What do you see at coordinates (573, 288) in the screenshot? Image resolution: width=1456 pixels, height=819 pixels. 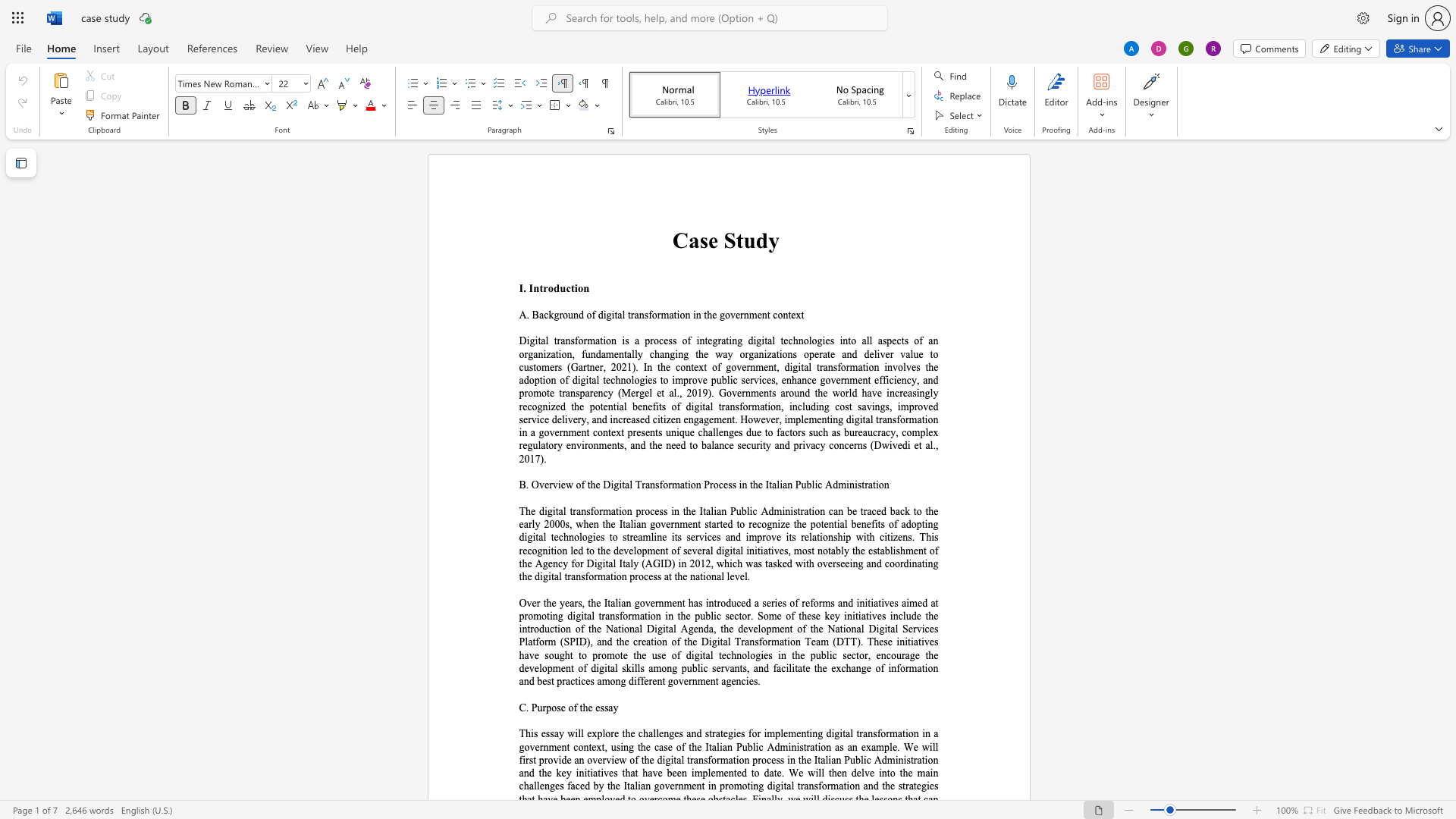 I see `the space between the continuous character "t" and "i" in the text` at bounding box center [573, 288].